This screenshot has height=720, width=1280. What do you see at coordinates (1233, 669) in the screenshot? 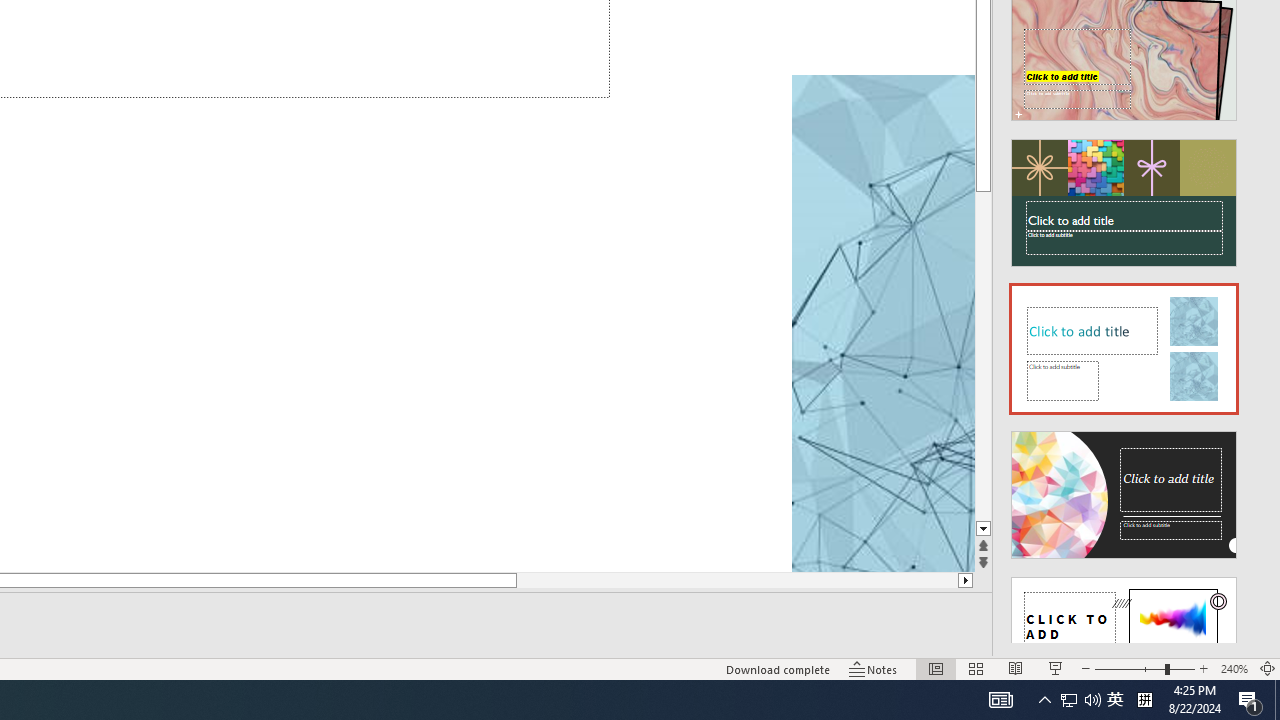
I see `'Zoom 240%'` at bounding box center [1233, 669].